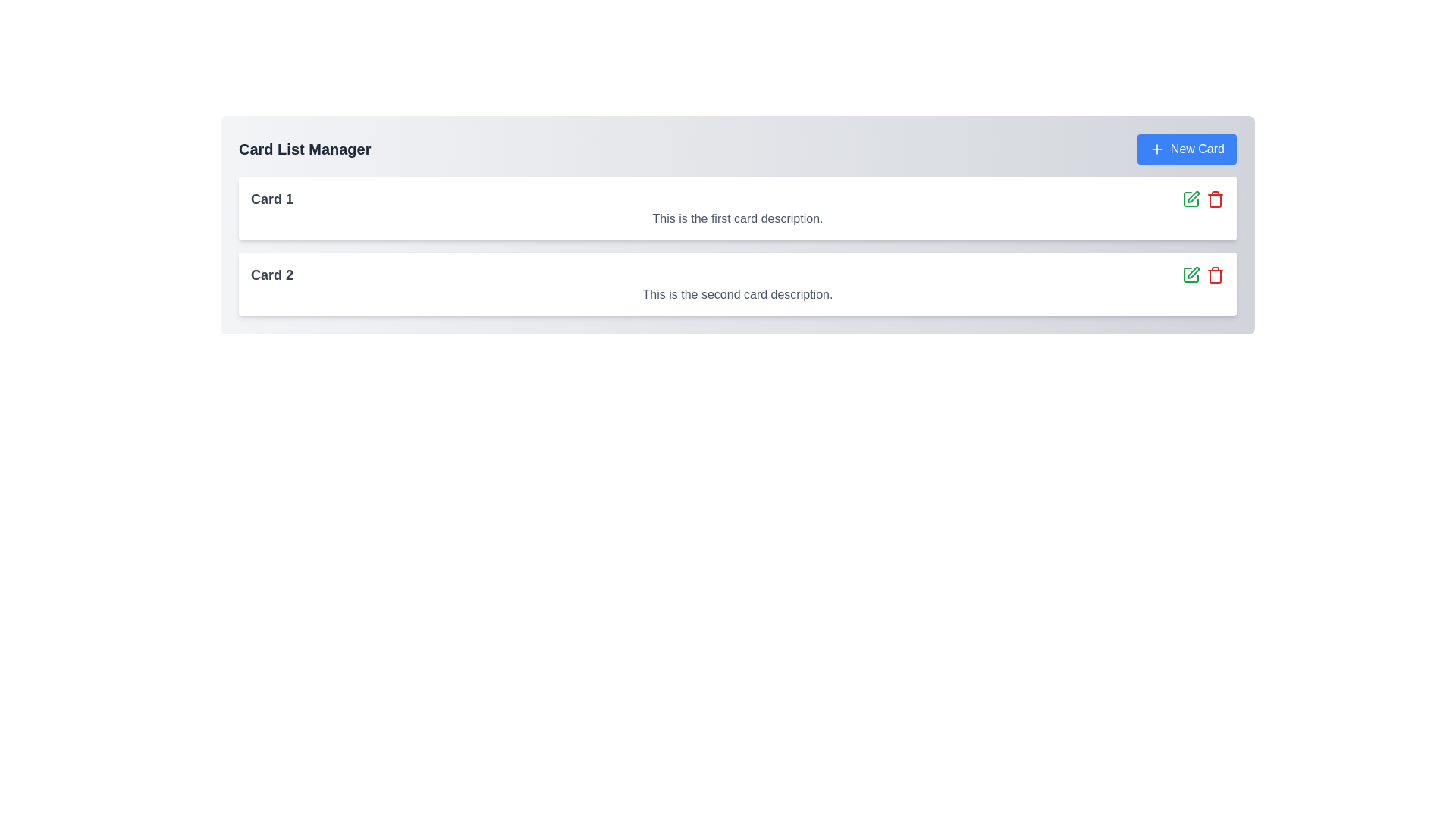 The image size is (1456, 819). Describe the element at coordinates (1190, 275) in the screenshot. I see `the Icon Button that allows users to edit the associated card content, located in the second card of a list interface, to potentially reveal additional information` at that location.